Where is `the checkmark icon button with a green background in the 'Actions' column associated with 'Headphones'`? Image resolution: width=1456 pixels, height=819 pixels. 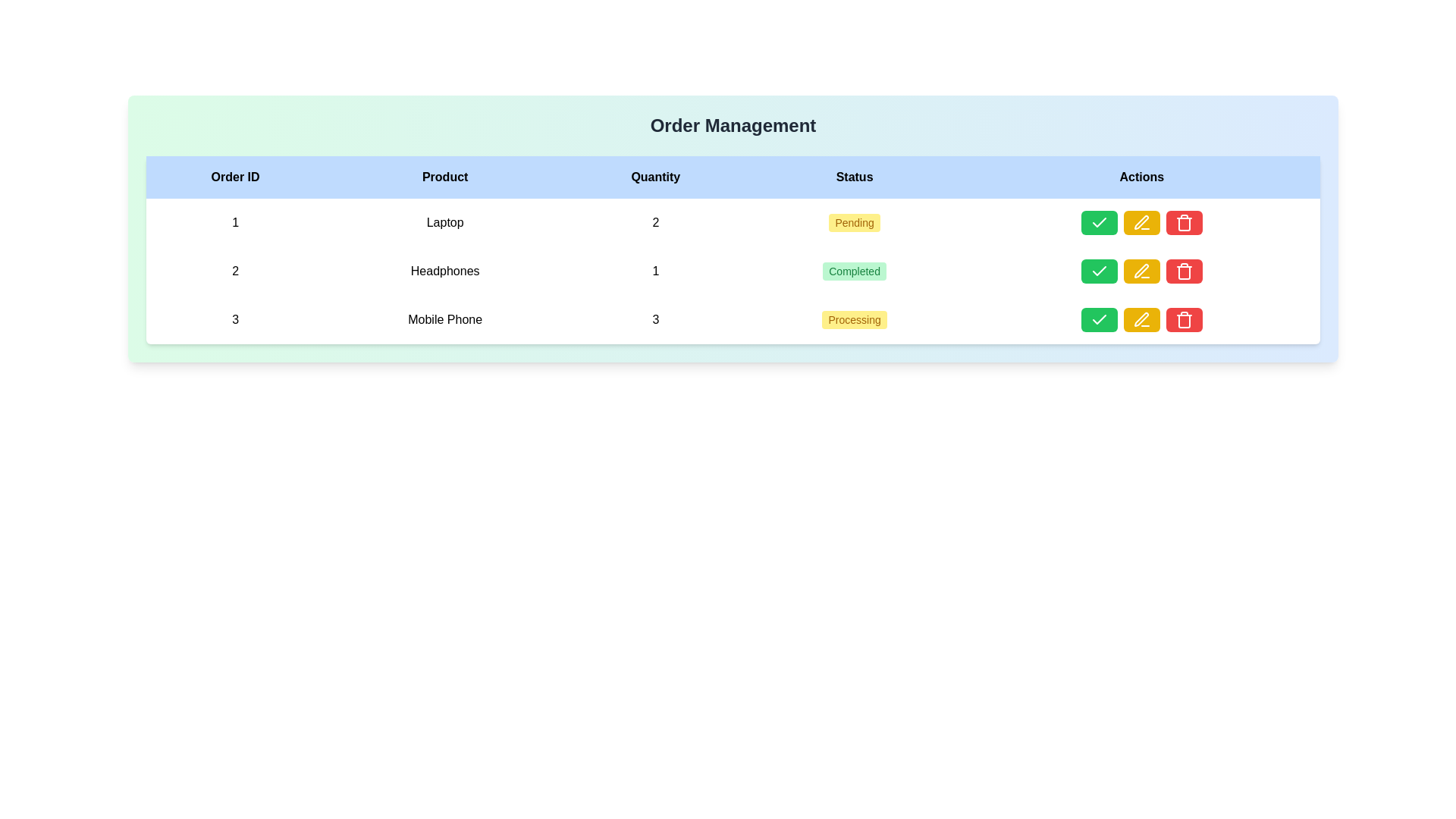 the checkmark icon button with a green background in the 'Actions' column associated with 'Headphones' is located at coordinates (1099, 271).